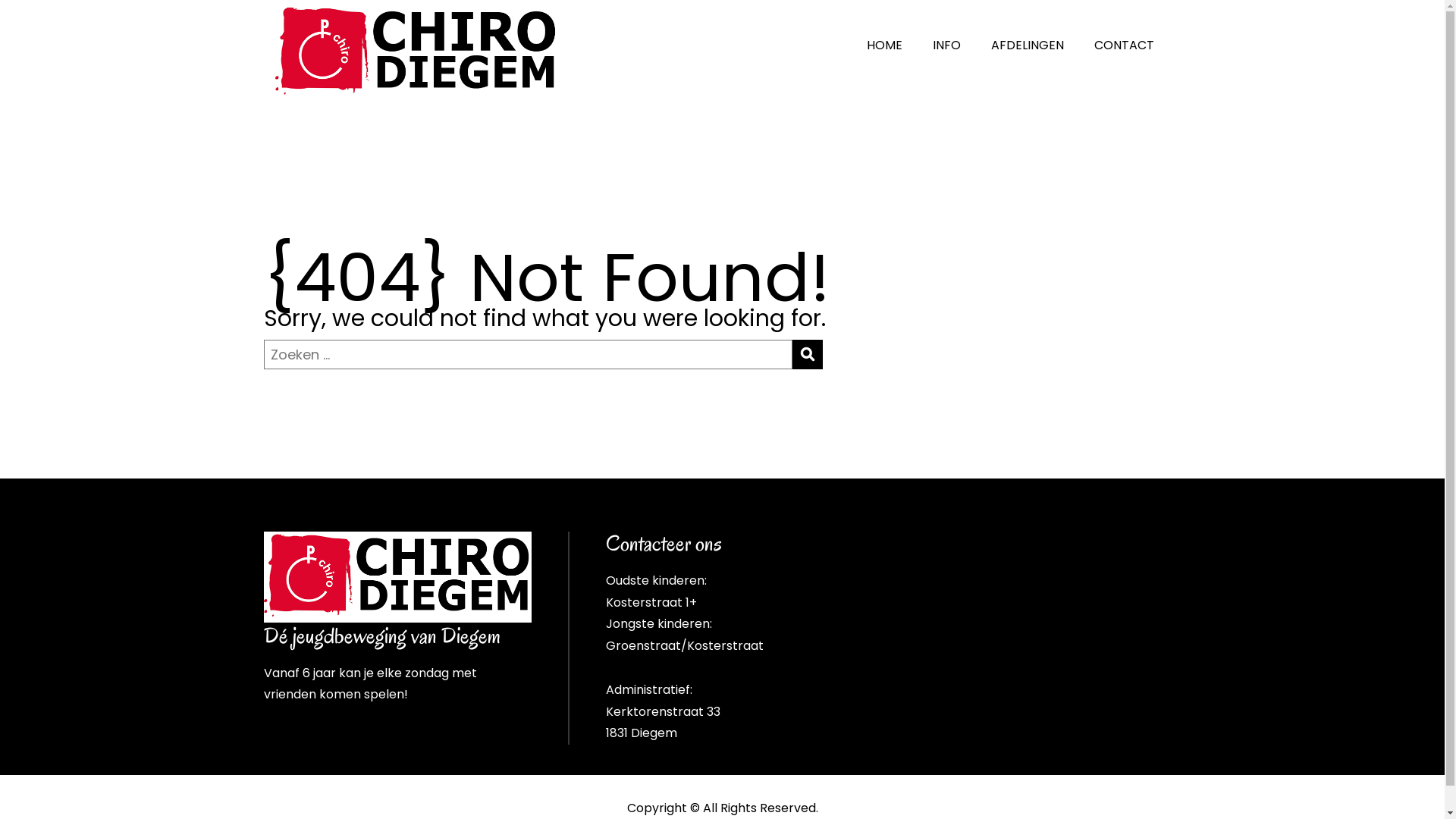 The width and height of the screenshot is (1456, 819). Describe the element at coordinates (946, 45) in the screenshot. I see `'INFO'` at that location.